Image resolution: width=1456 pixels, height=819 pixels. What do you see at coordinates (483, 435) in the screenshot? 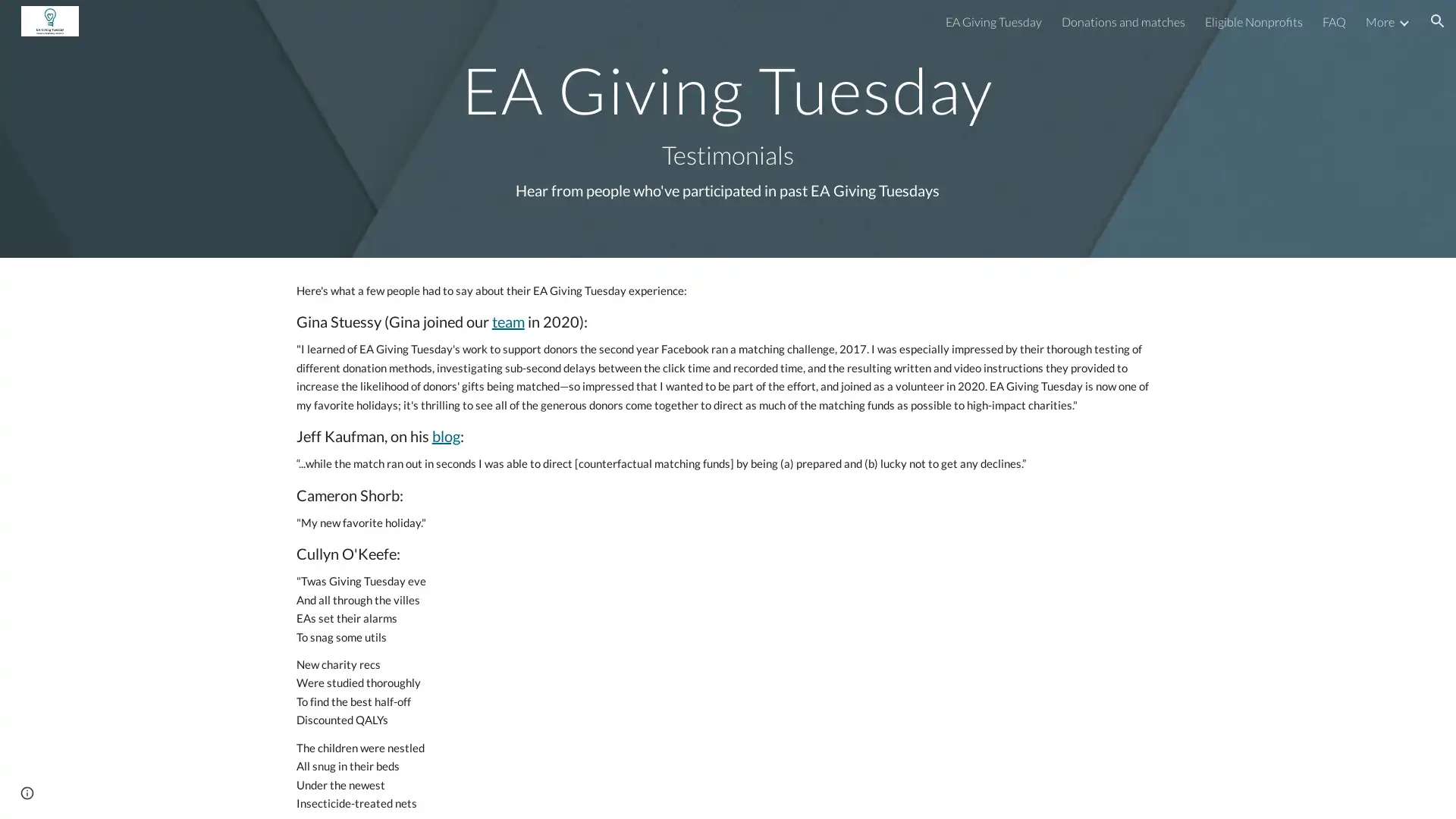
I see `Copy heading link` at bounding box center [483, 435].